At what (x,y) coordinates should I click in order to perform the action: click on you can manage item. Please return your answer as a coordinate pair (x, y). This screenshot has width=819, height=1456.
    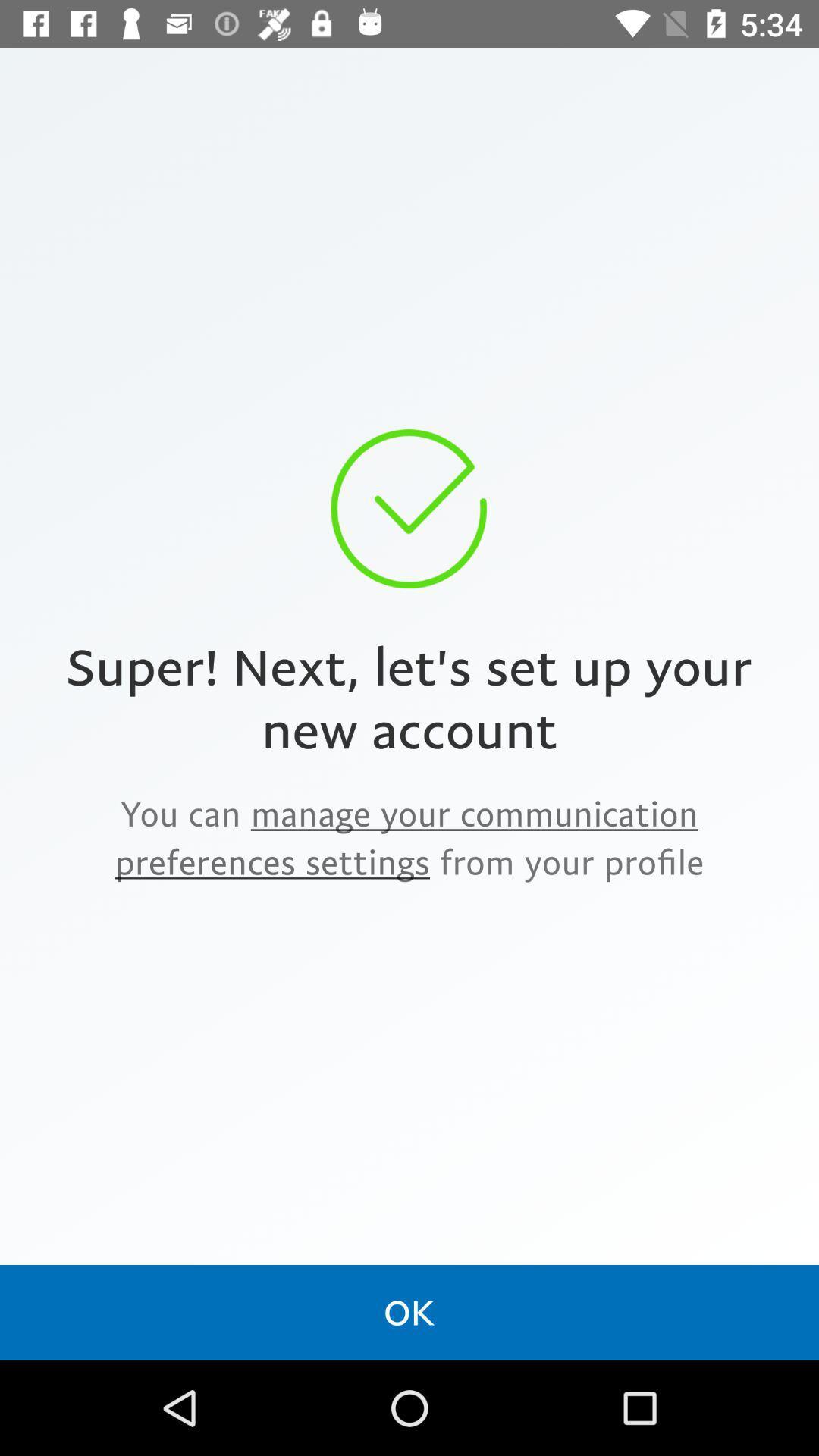
    Looking at the image, I should click on (409, 836).